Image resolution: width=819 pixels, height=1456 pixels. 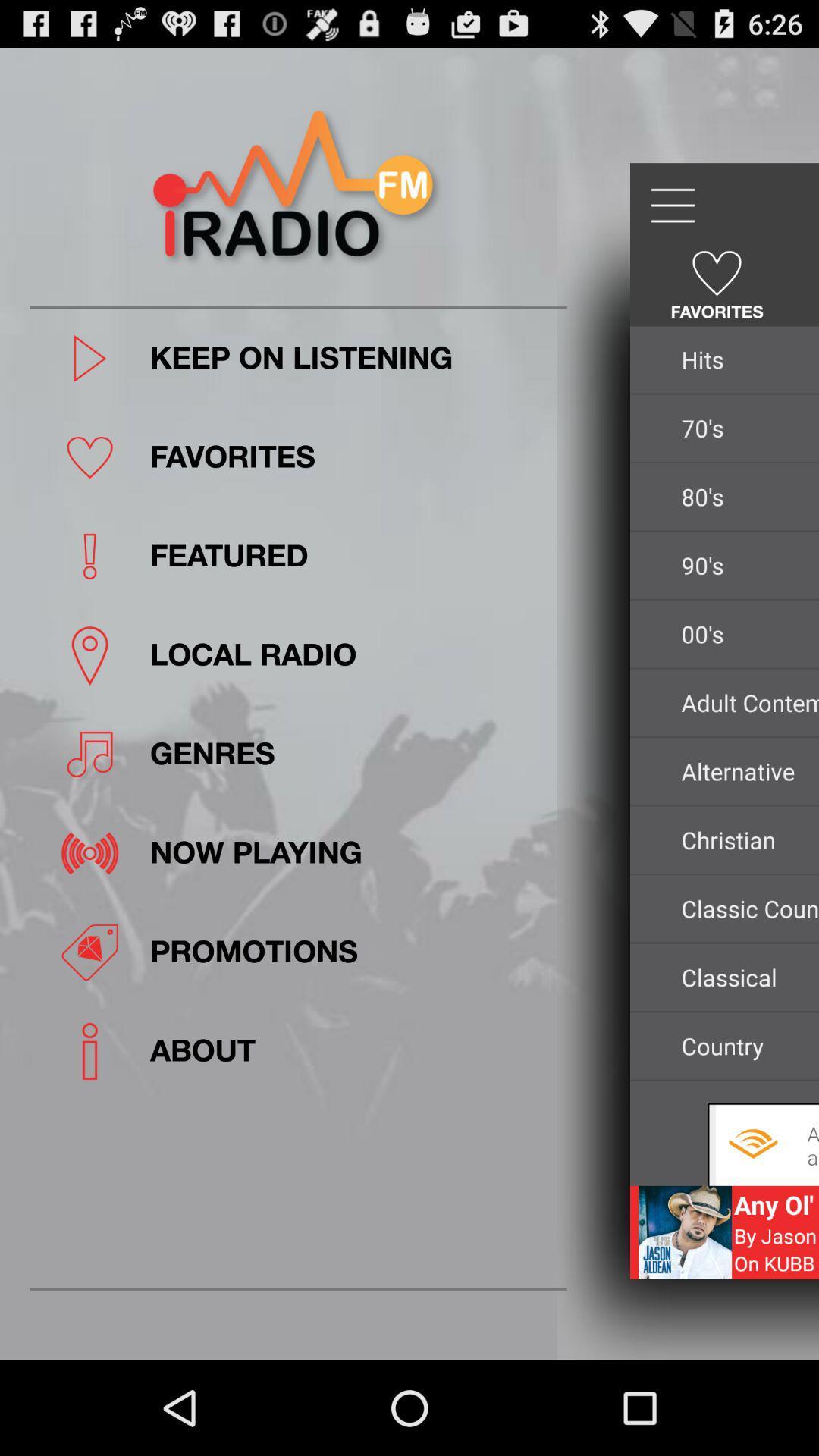 I want to click on more options, so click(x=671, y=205).